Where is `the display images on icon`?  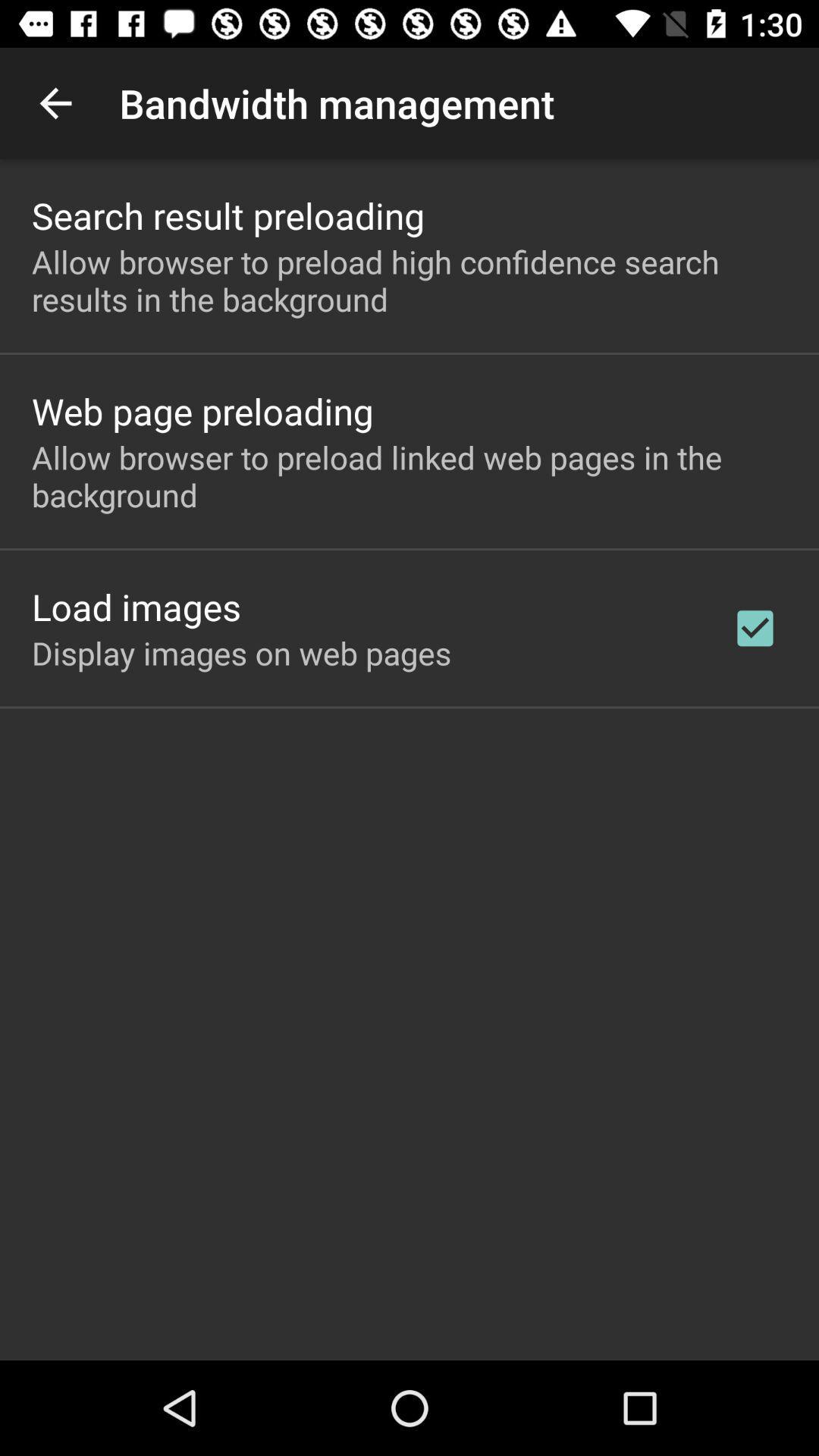
the display images on icon is located at coordinates (240, 652).